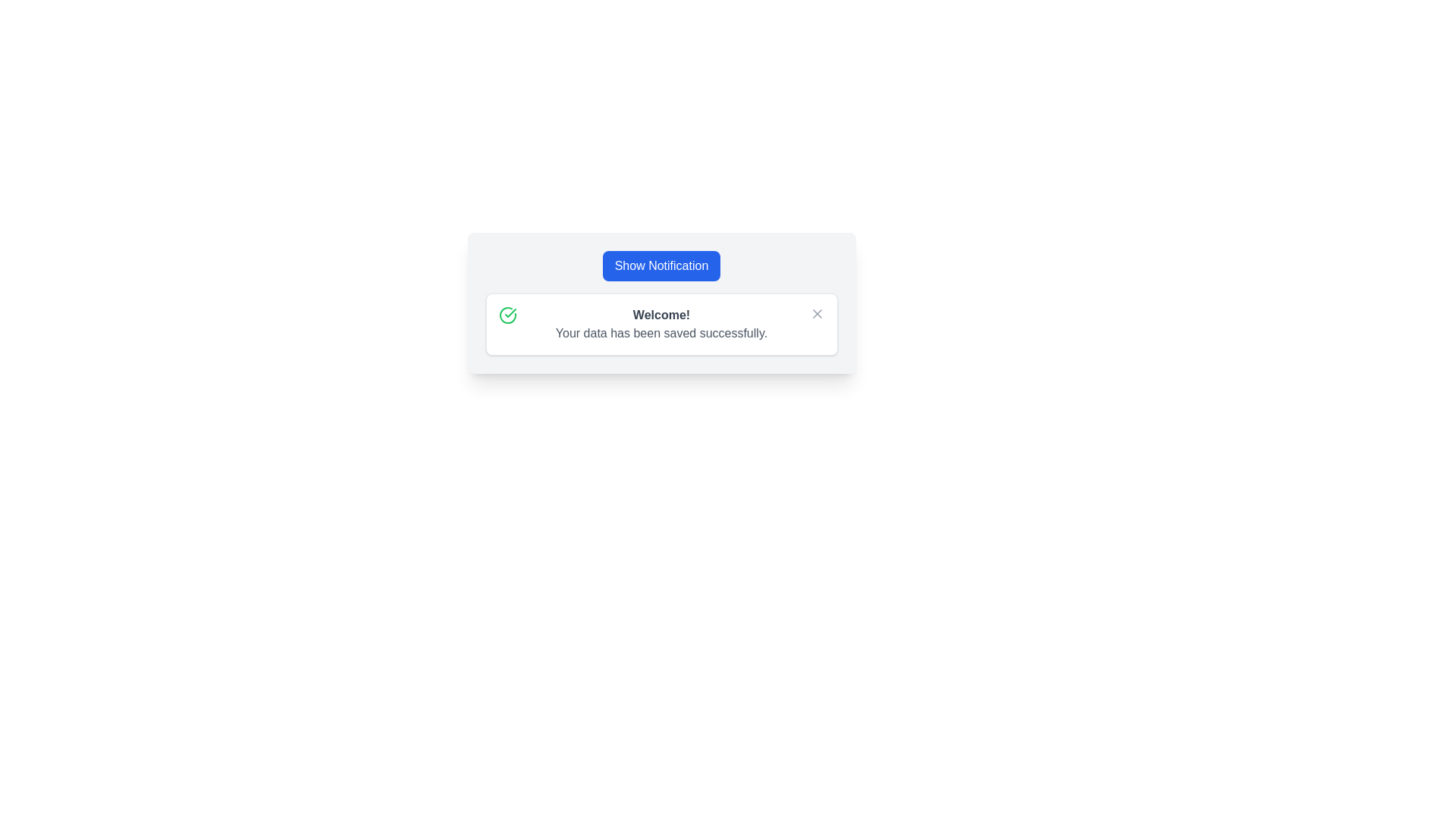 Image resolution: width=1456 pixels, height=819 pixels. Describe the element at coordinates (510, 312) in the screenshot. I see `the checkmark shape element inside the green circular icon located in the notification message area` at that location.